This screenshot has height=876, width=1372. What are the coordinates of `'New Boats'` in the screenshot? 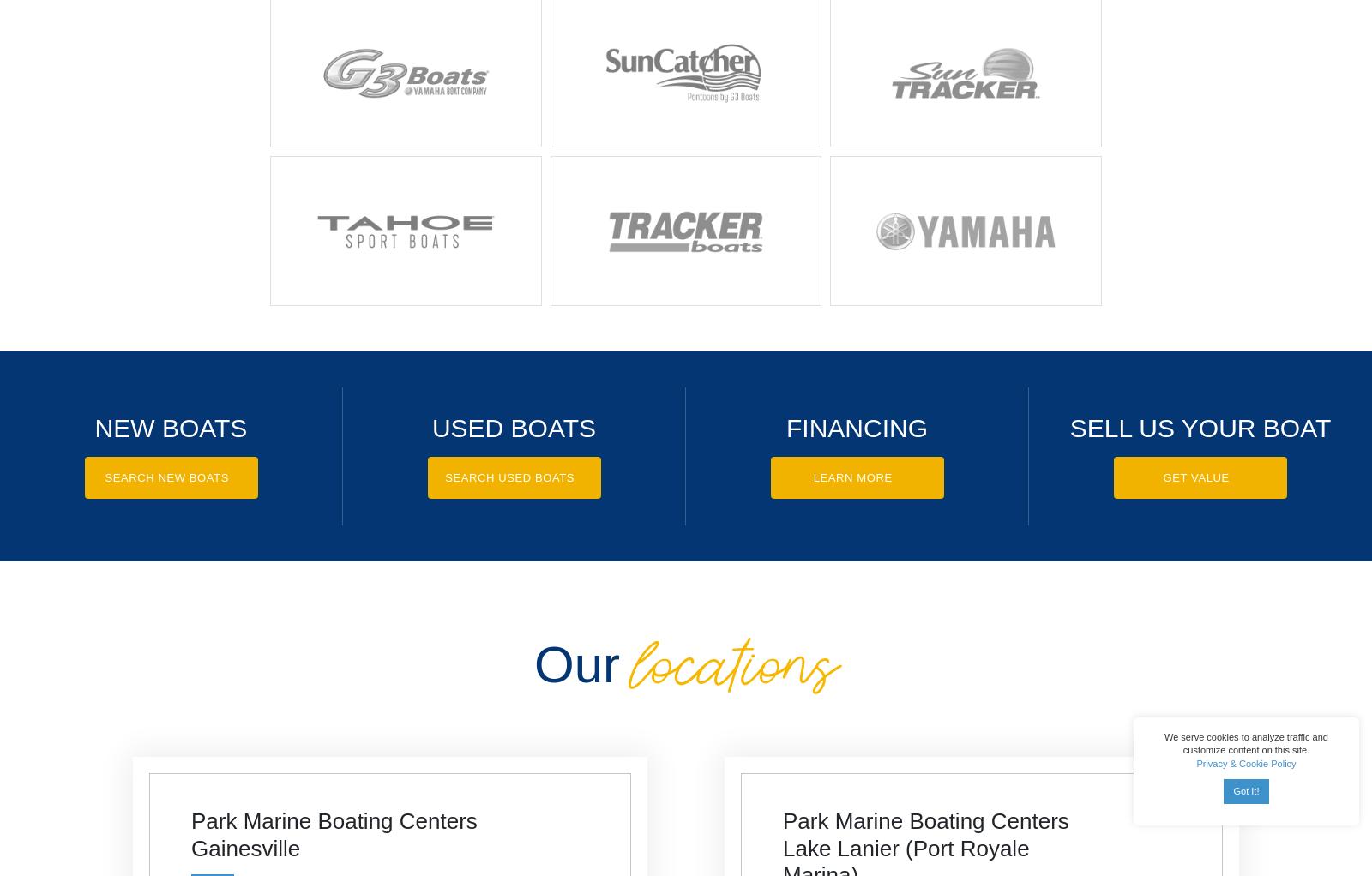 It's located at (170, 427).